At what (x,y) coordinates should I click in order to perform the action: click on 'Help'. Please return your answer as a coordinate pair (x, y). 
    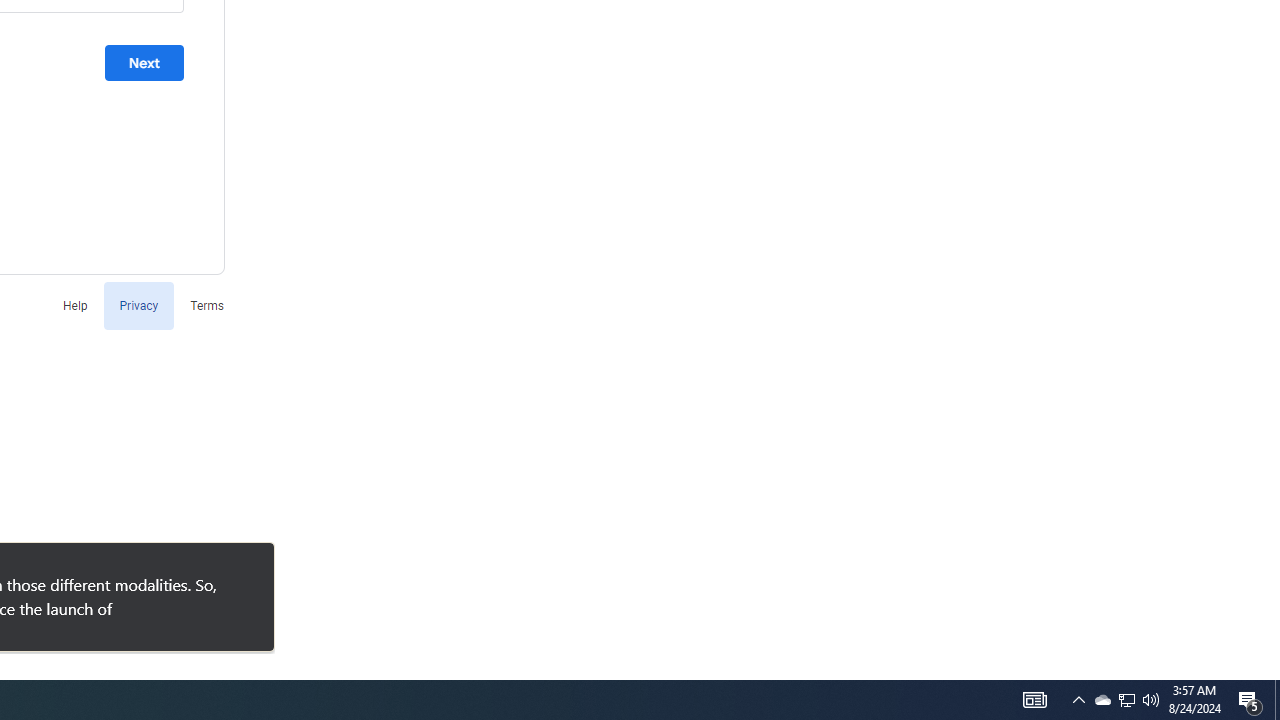
    Looking at the image, I should click on (74, 305).